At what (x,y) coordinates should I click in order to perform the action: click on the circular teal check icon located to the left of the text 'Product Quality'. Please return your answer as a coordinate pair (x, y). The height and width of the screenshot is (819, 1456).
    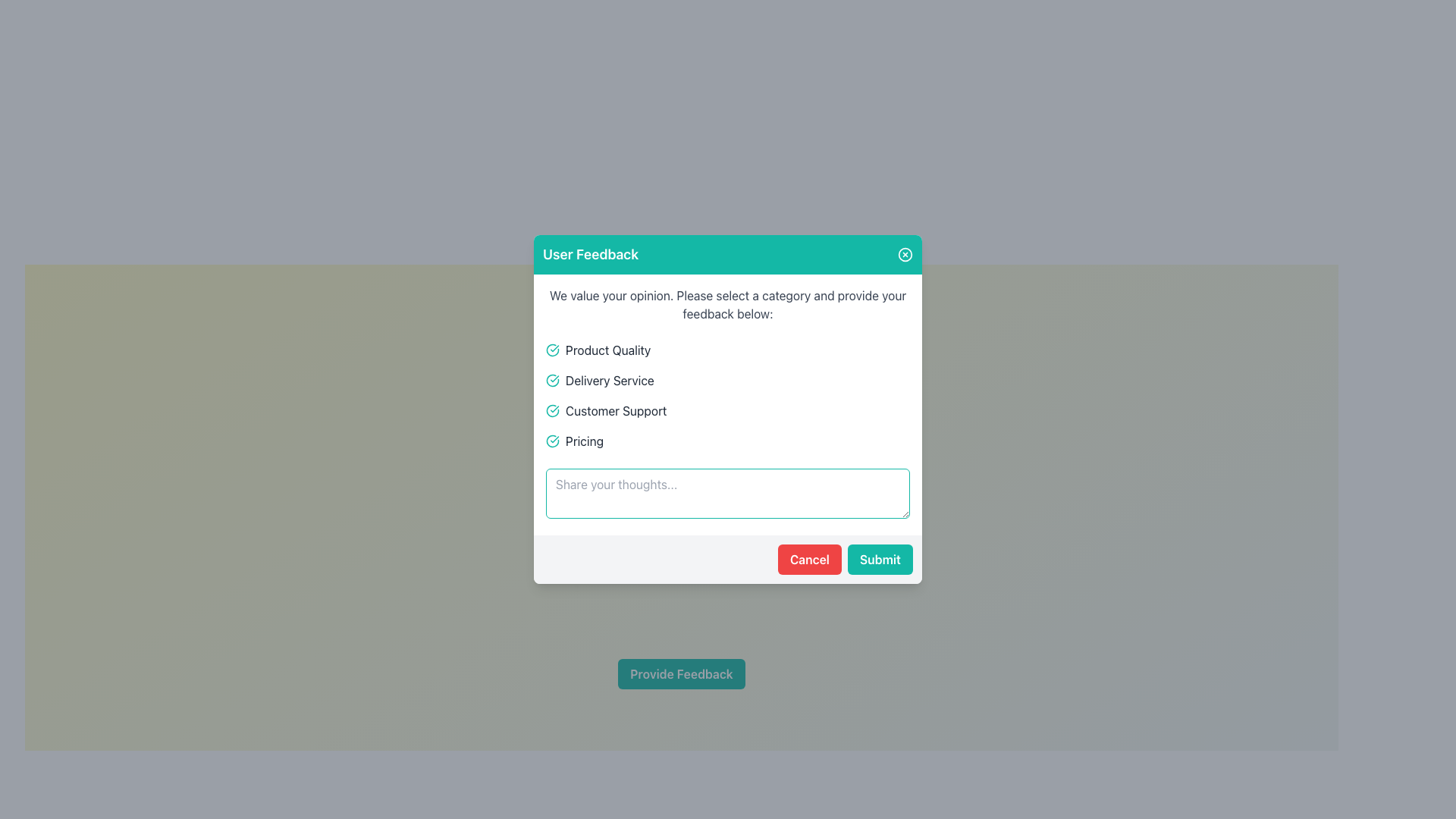
    Looking at the image, I should click on (552, 350).